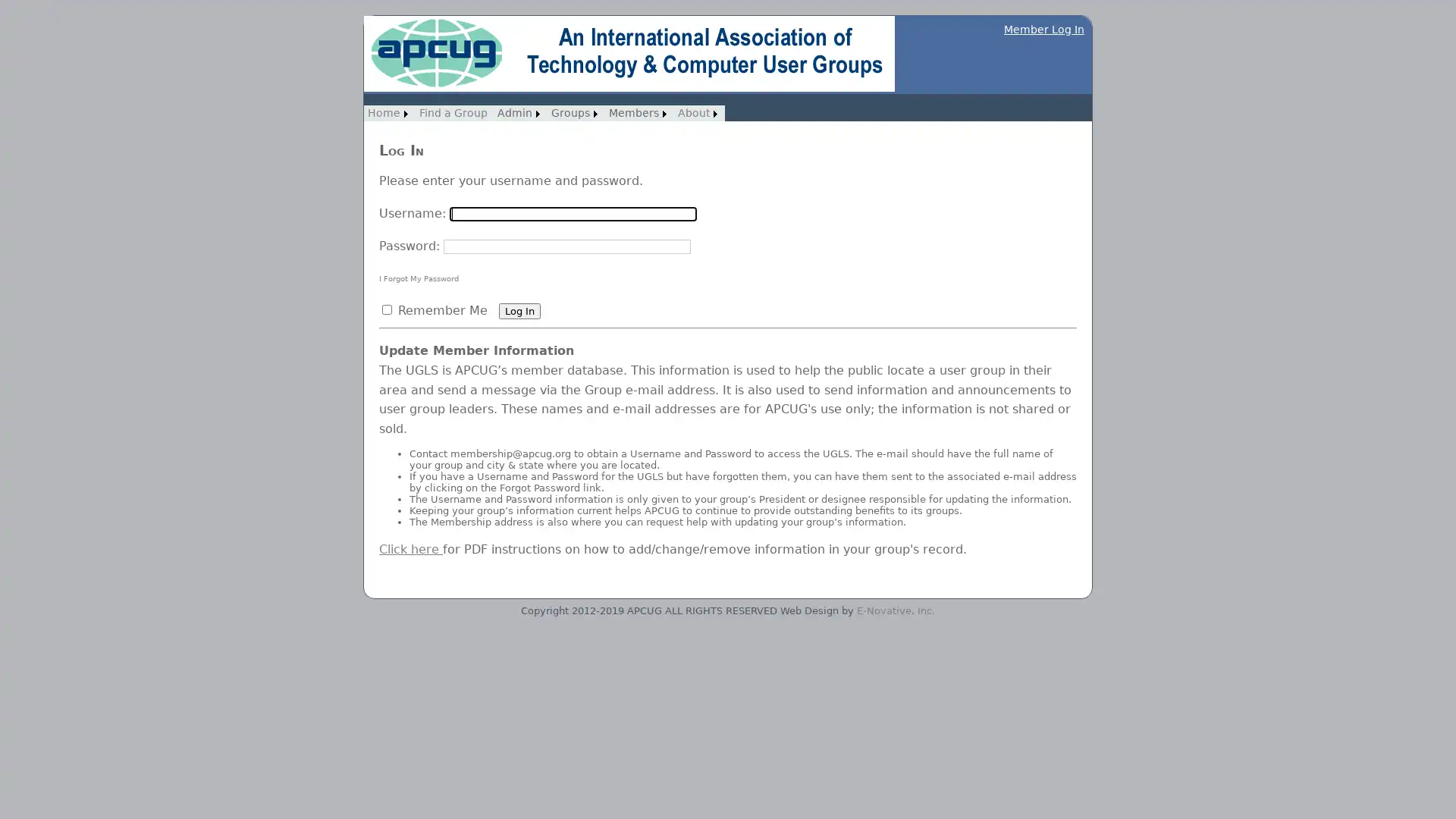  What do you see at coordinates (519, 309) in the screenshot?
I see `Log In` at bounding box center [519, 309].